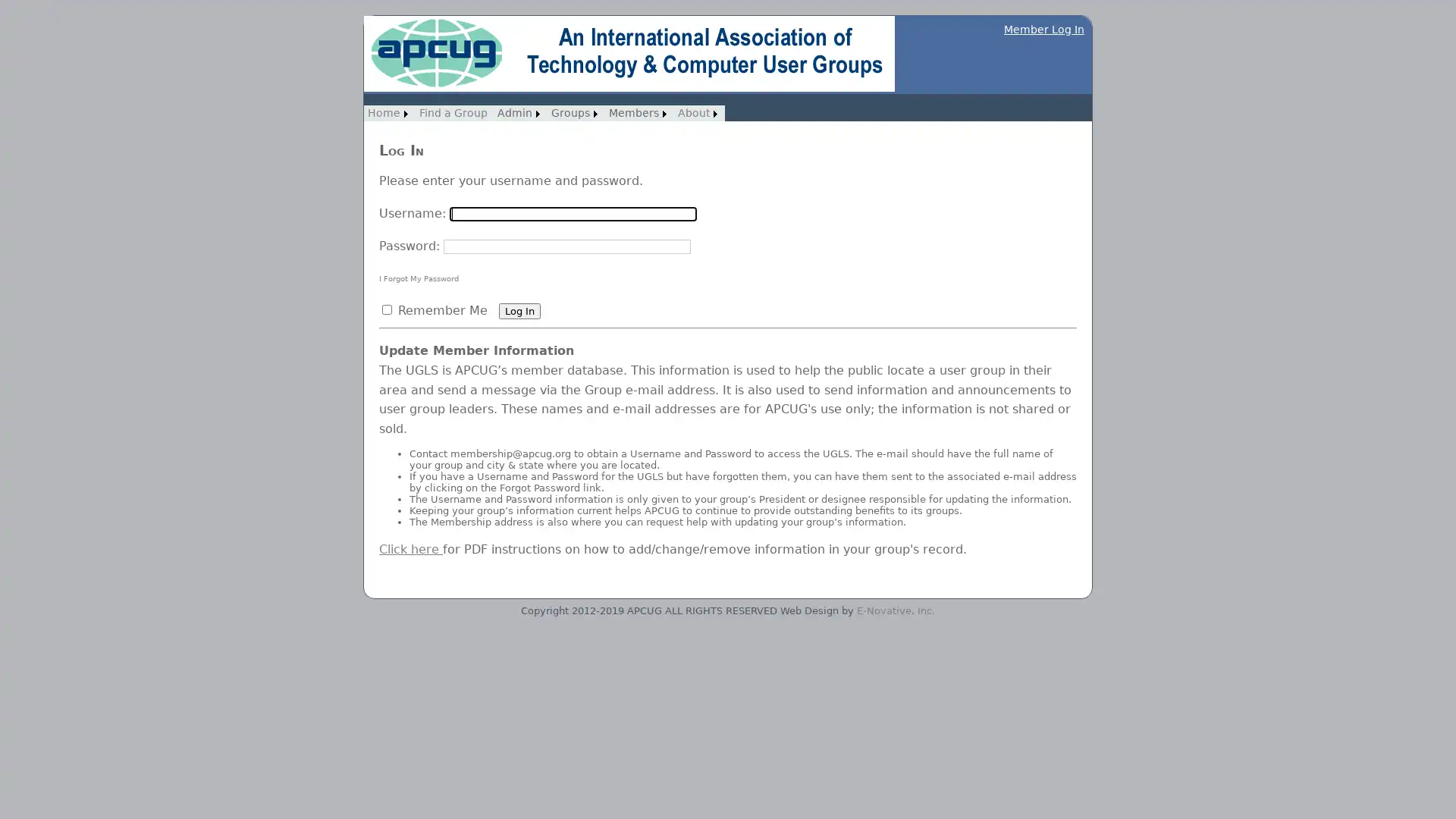  What do you see at coordinates (519, 309) in the screenshot?
I see `Log In` at bounding box center [519, 309].